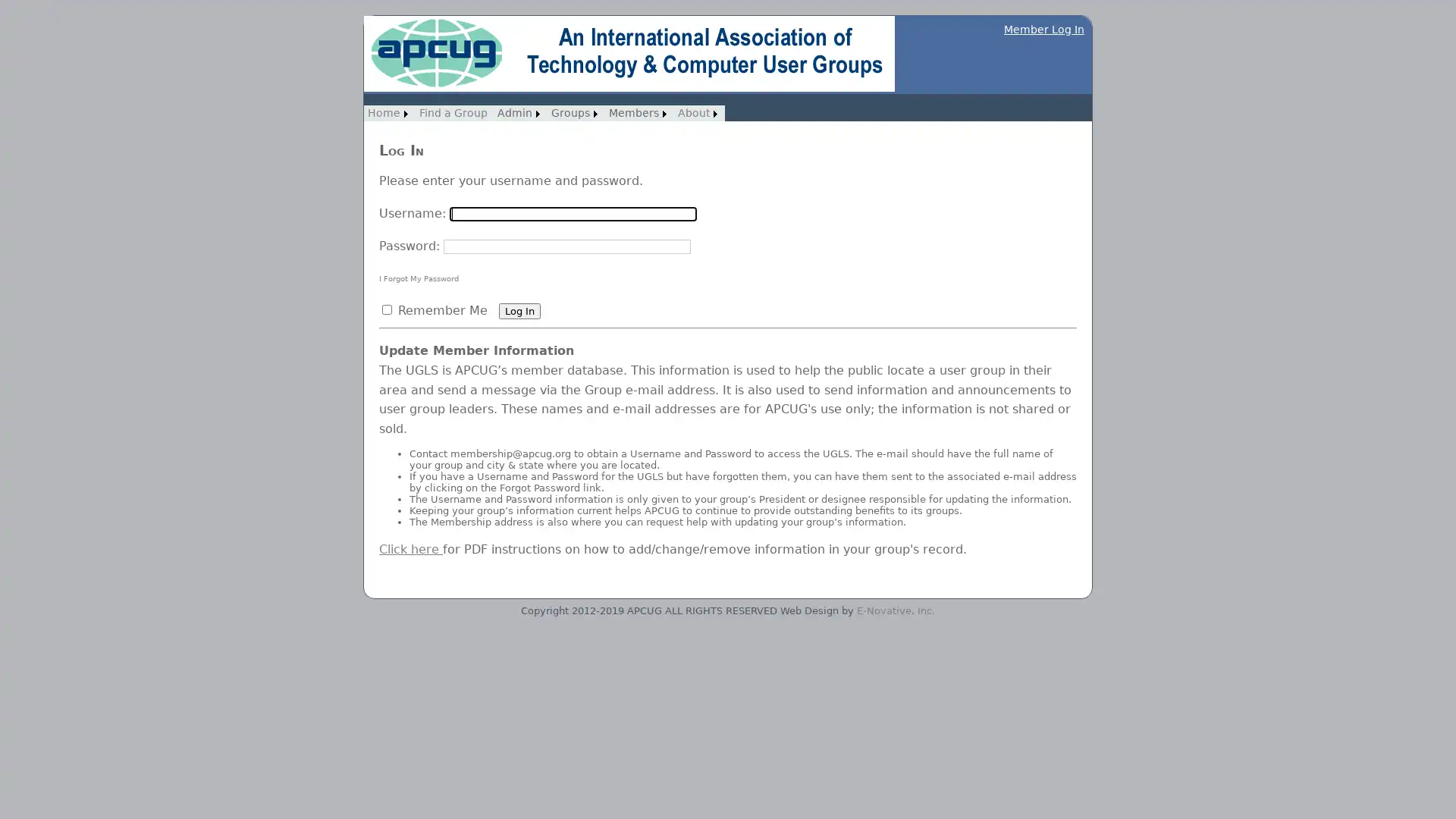  What do you see at coordinates (519, 309) in the screenshot?
I see `Log In` at bounding box center [519, 309].